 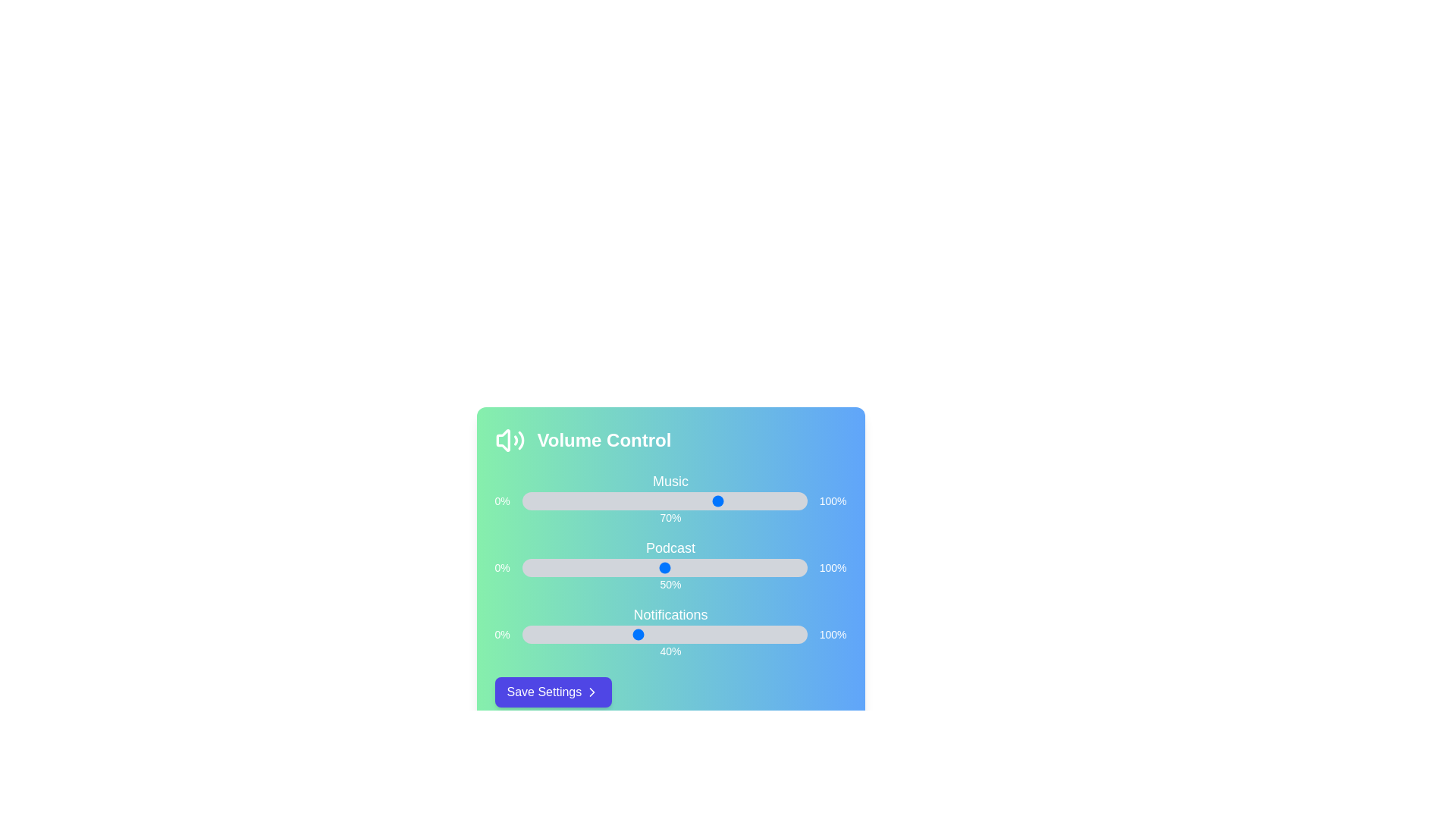 What do you see at coordinates (781, 635) in the screenshot?
I see `the 'Notifications' volume slider to 91%` at bounding box center [781, 635].